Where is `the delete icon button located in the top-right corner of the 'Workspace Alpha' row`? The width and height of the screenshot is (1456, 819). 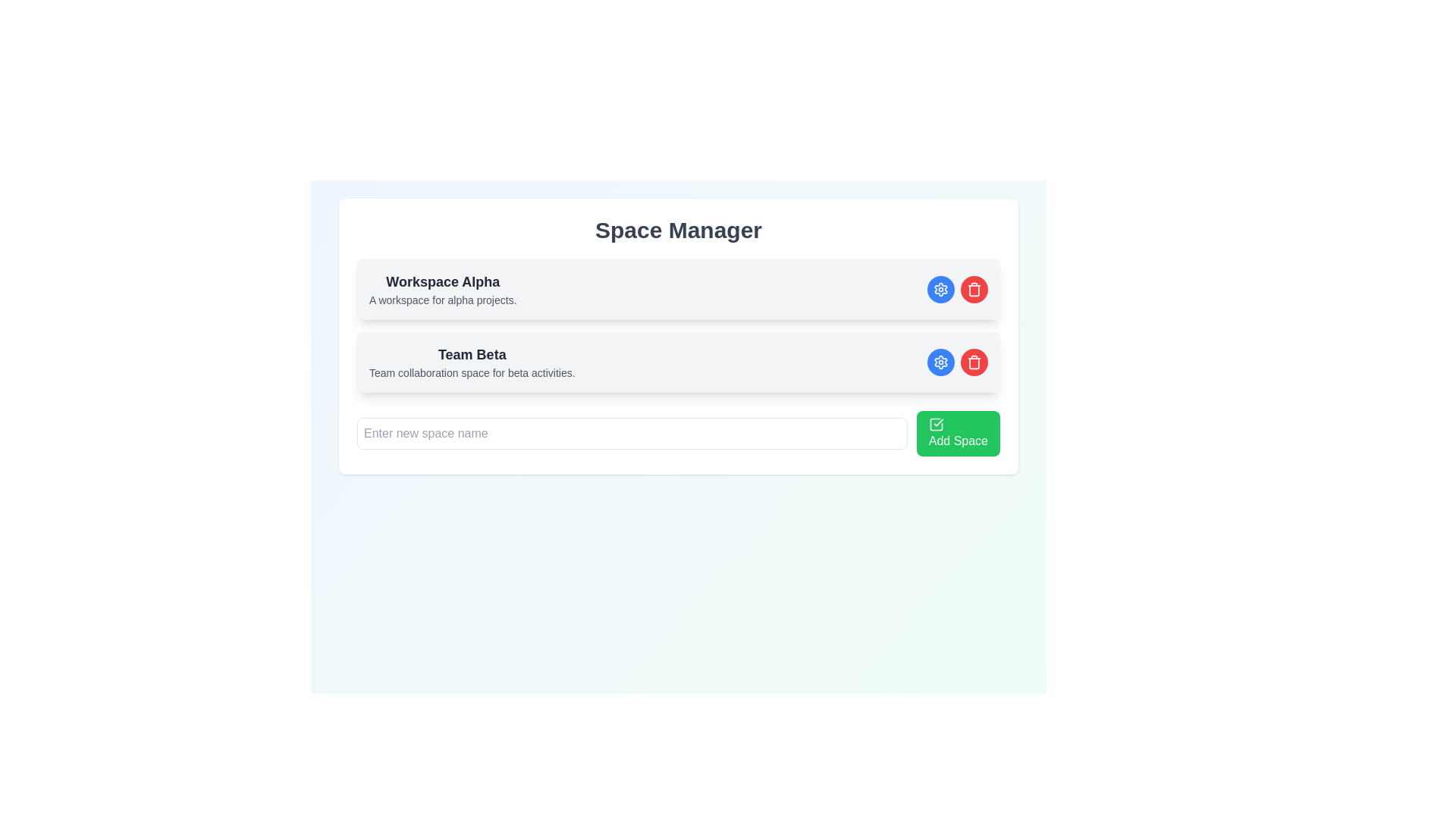 the delete icon button located in the top-right corner of the 'Workspace Alpha' row is located at coordinates (974, 289).